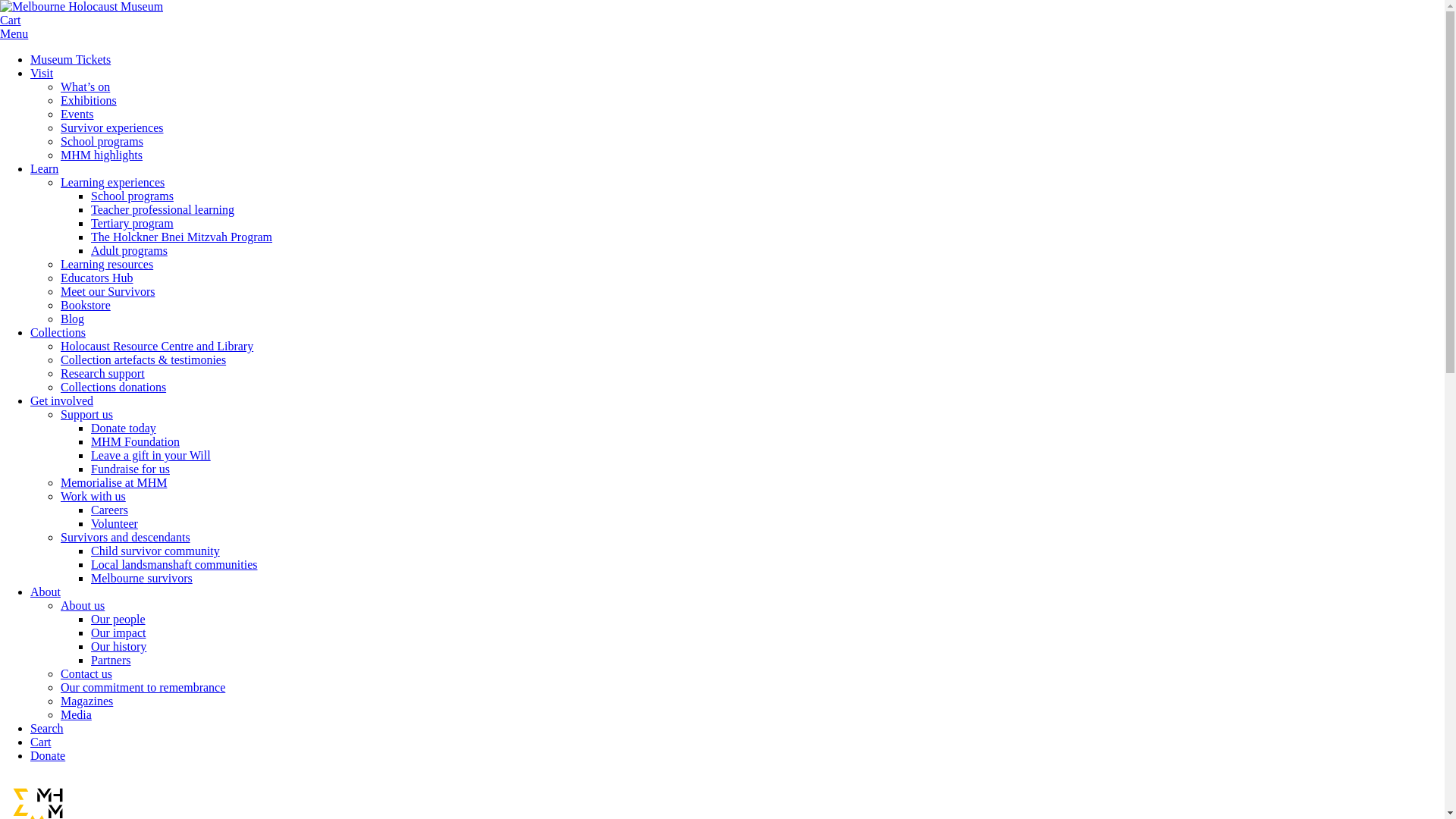  What do you see at coordinates (174, 564) in the screenshot?
I see `'Local landsmanshaft communities'` at bounding box center [174, 564].